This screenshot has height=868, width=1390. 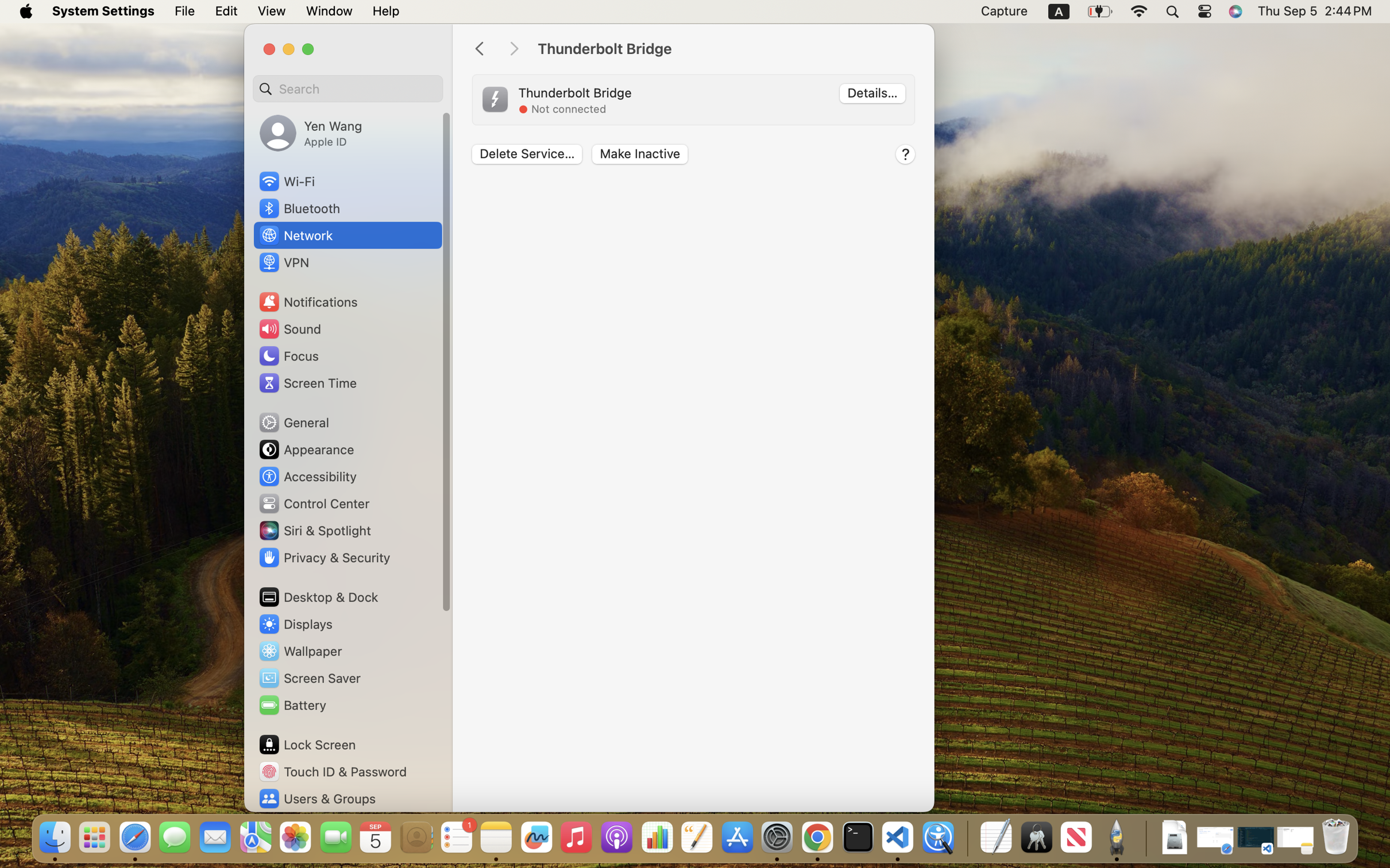 What do you see at coordinates (567, 109) in the screenshot?
I see `'Not connected'` at bounding box center [567, 109].